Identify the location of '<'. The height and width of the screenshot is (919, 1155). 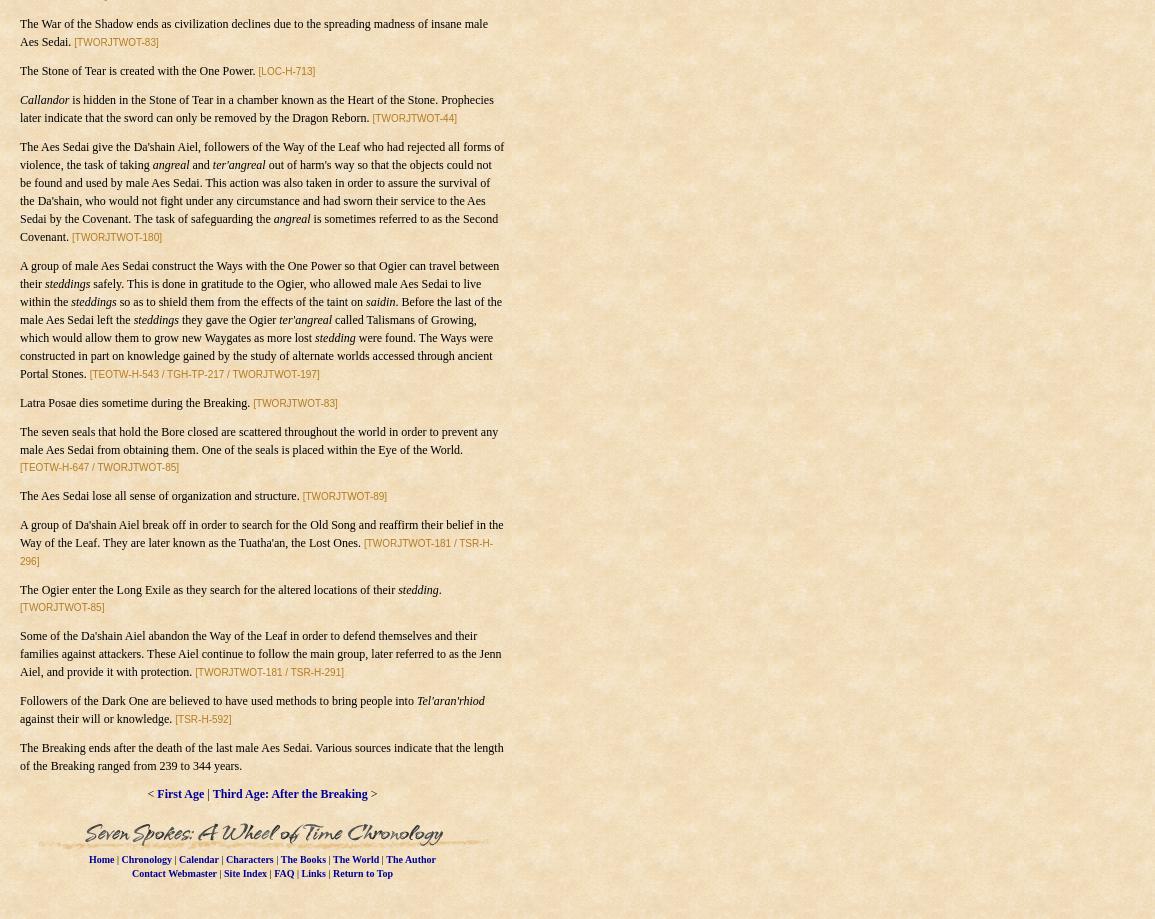
(151, 794).